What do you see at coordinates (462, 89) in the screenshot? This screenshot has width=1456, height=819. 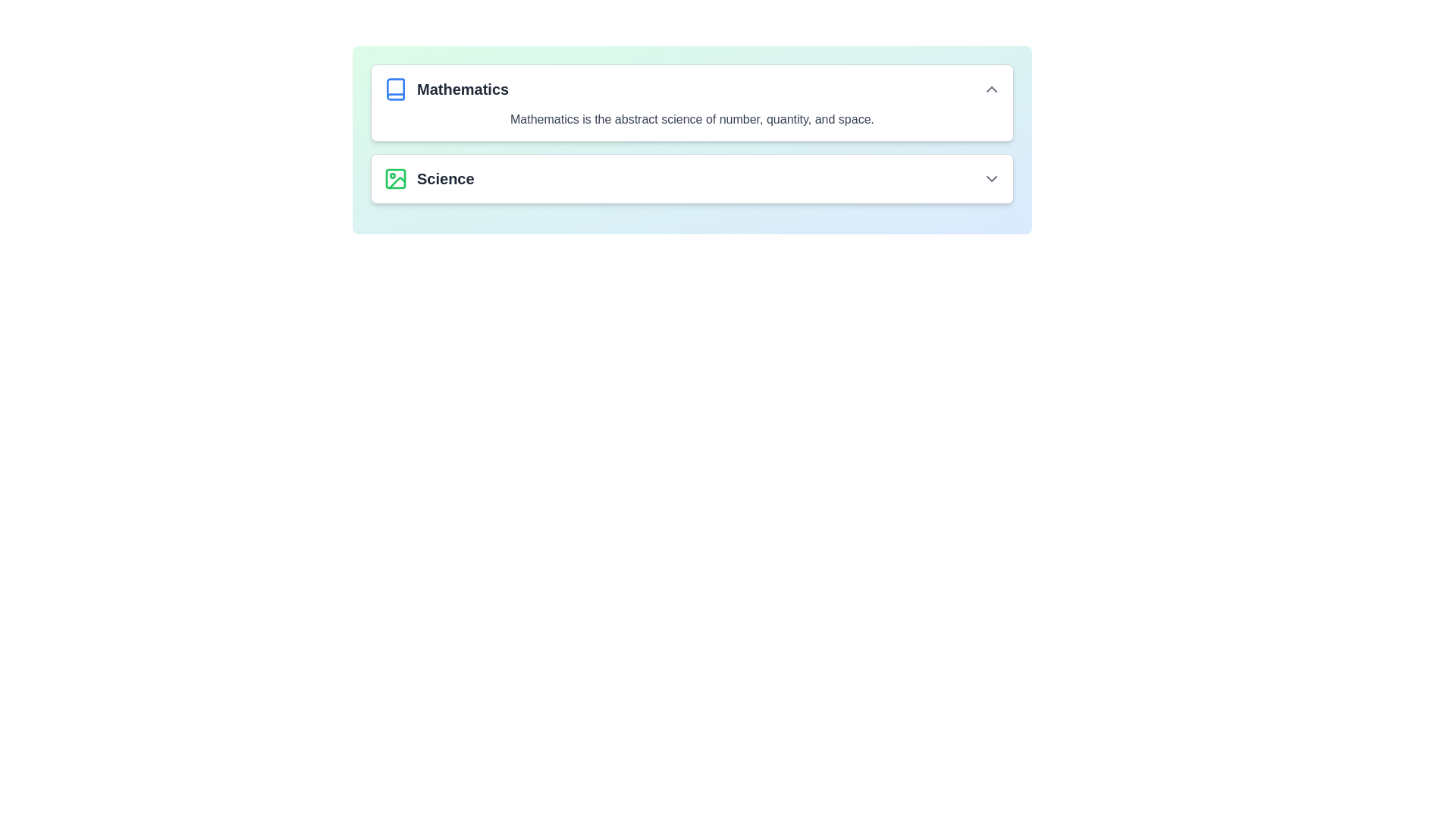 I see `title of the section labeled 'Mathematics', which is positioned to the right of a blue book icon in the top-left section of the interface` at bounding box center [462, 89].